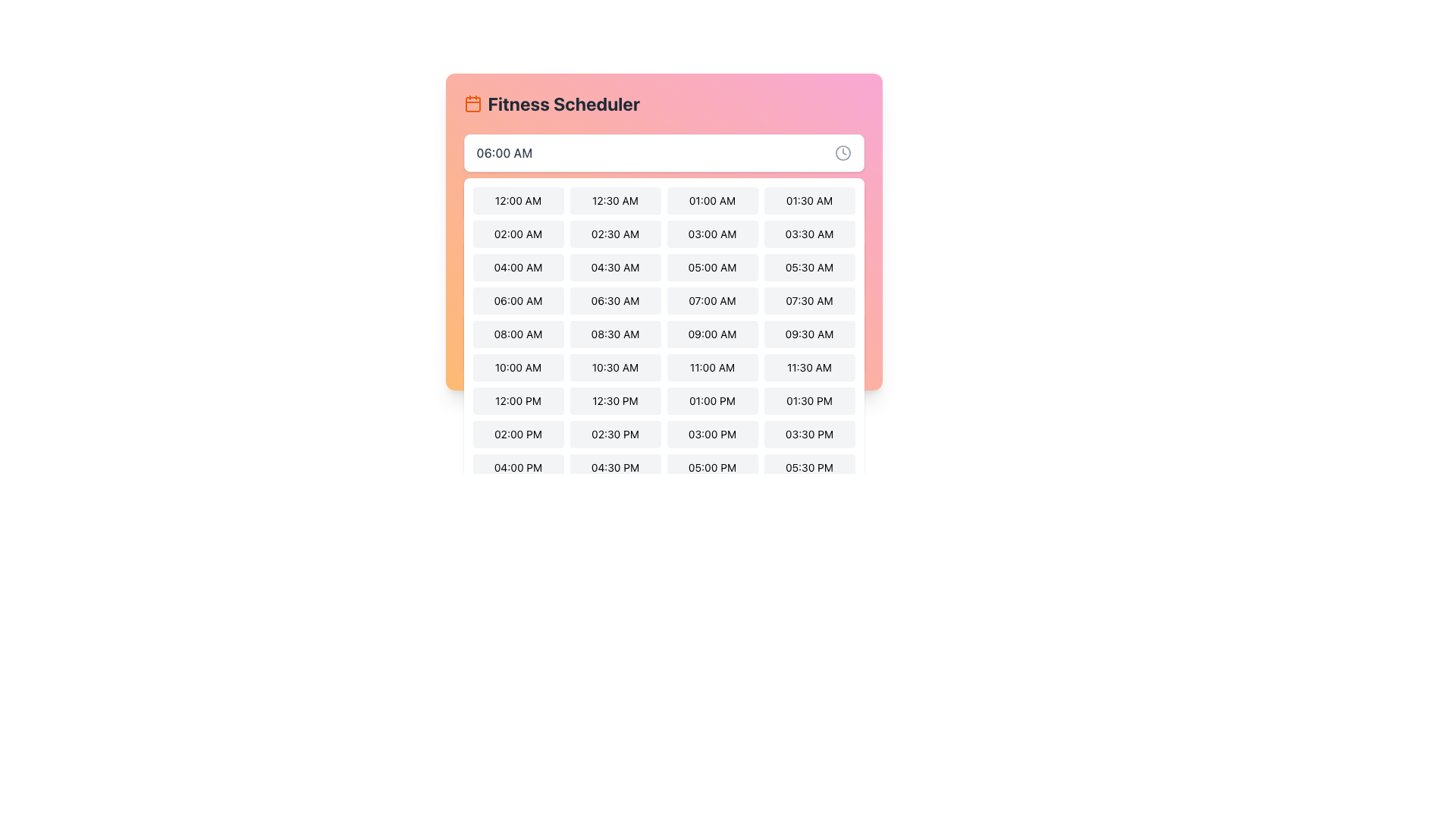 This screenshot has width=1456, height=819. I want to click on the button labeled '08:00 AM', which is styled as a rounded rectangle with a light gray background and black text, so click(518, 333).